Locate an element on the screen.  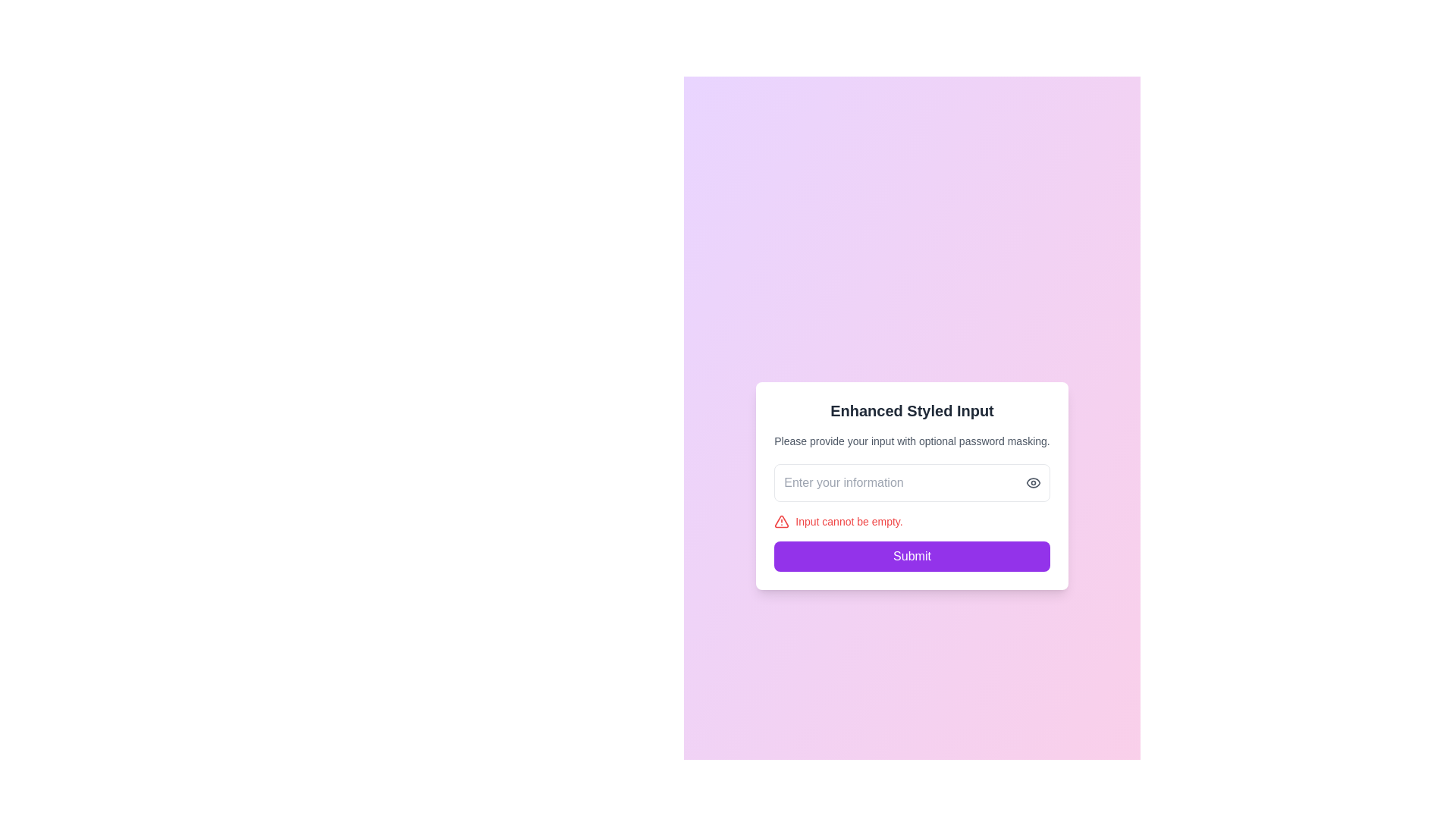
the eye icon button is located at coordinates (1032, 482).